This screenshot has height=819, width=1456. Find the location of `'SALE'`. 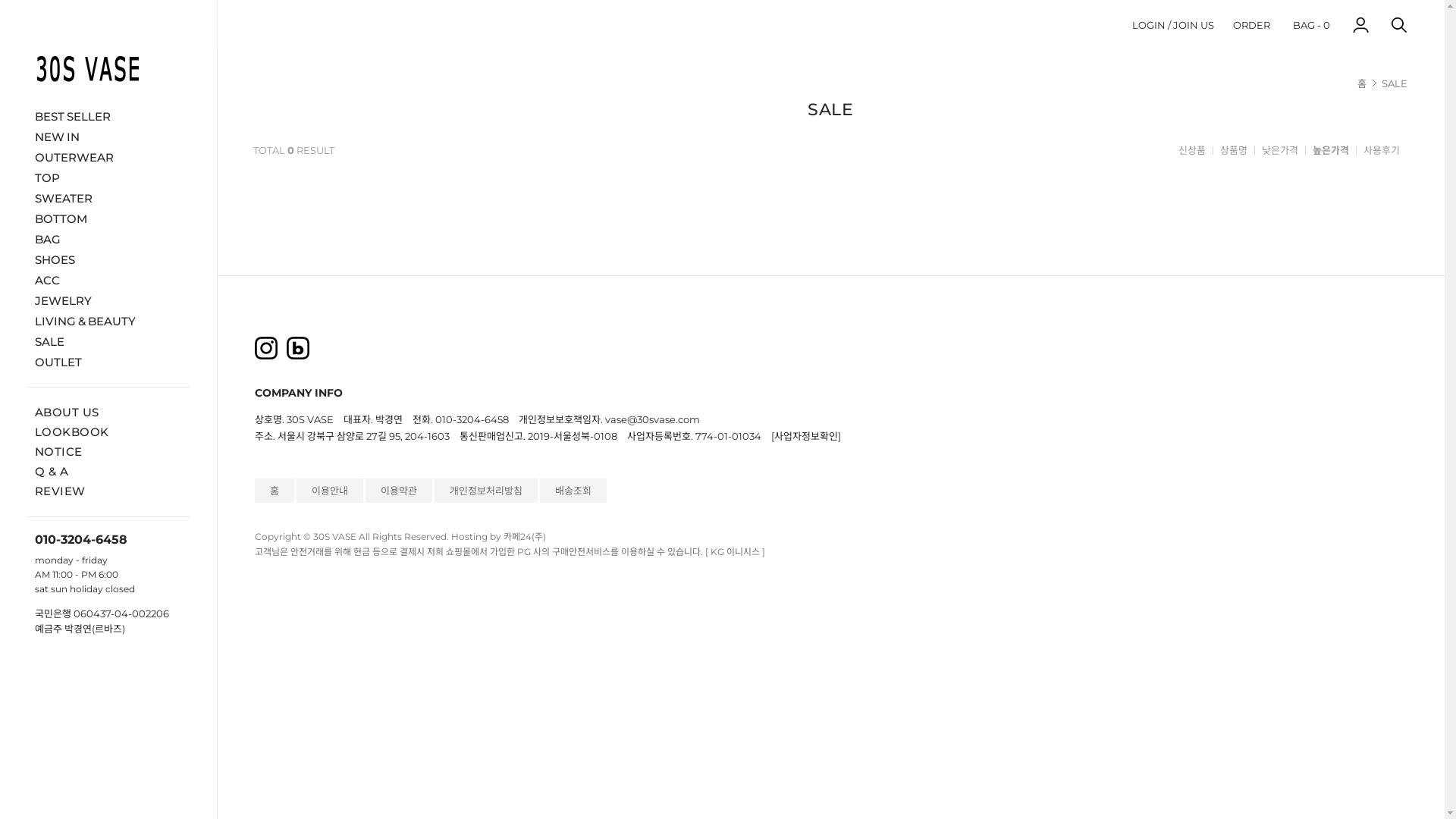

'SALE' is located at coordinates (108, 340).